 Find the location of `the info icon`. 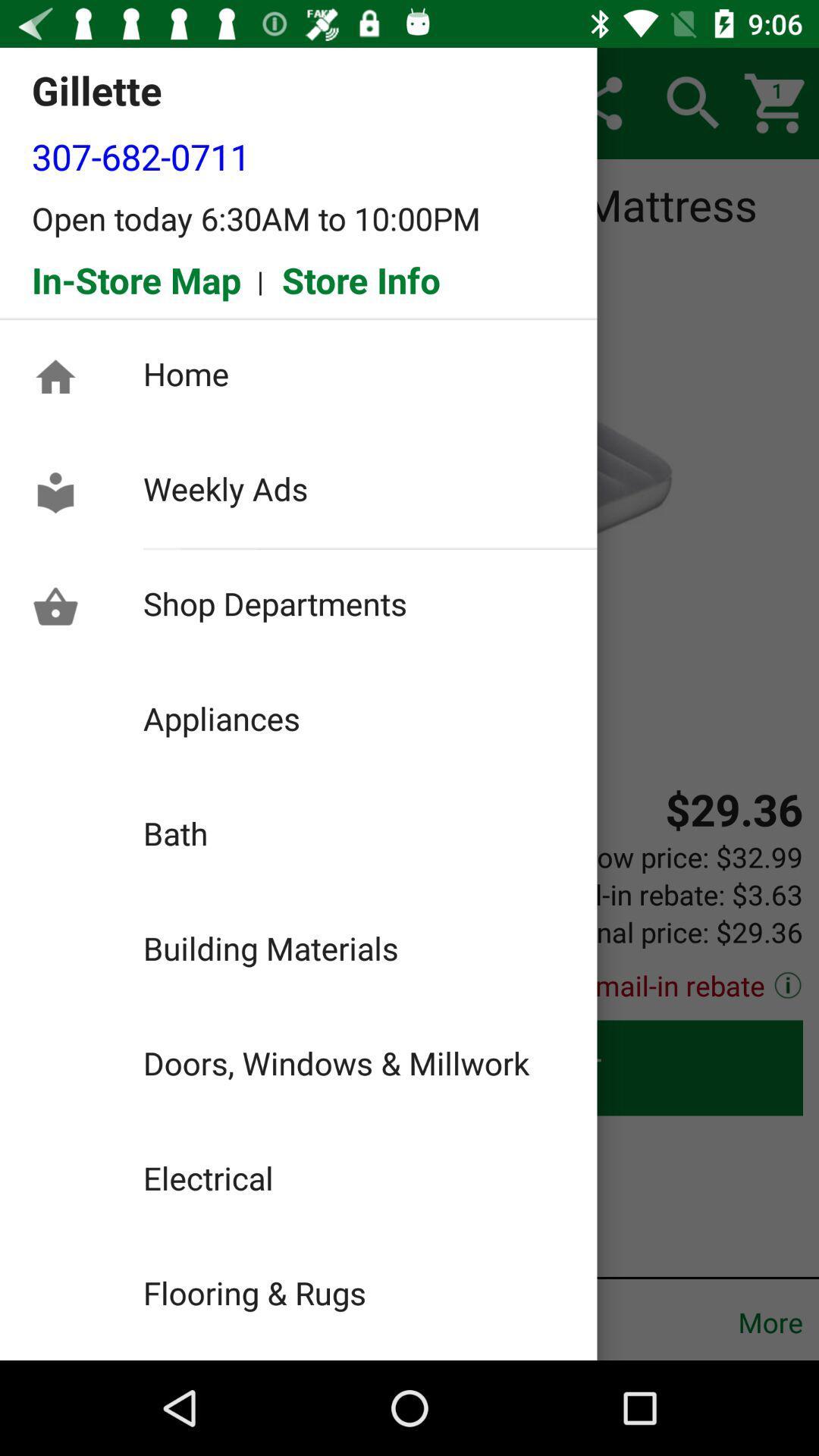

the info icon is located at coordinates (787, 985).